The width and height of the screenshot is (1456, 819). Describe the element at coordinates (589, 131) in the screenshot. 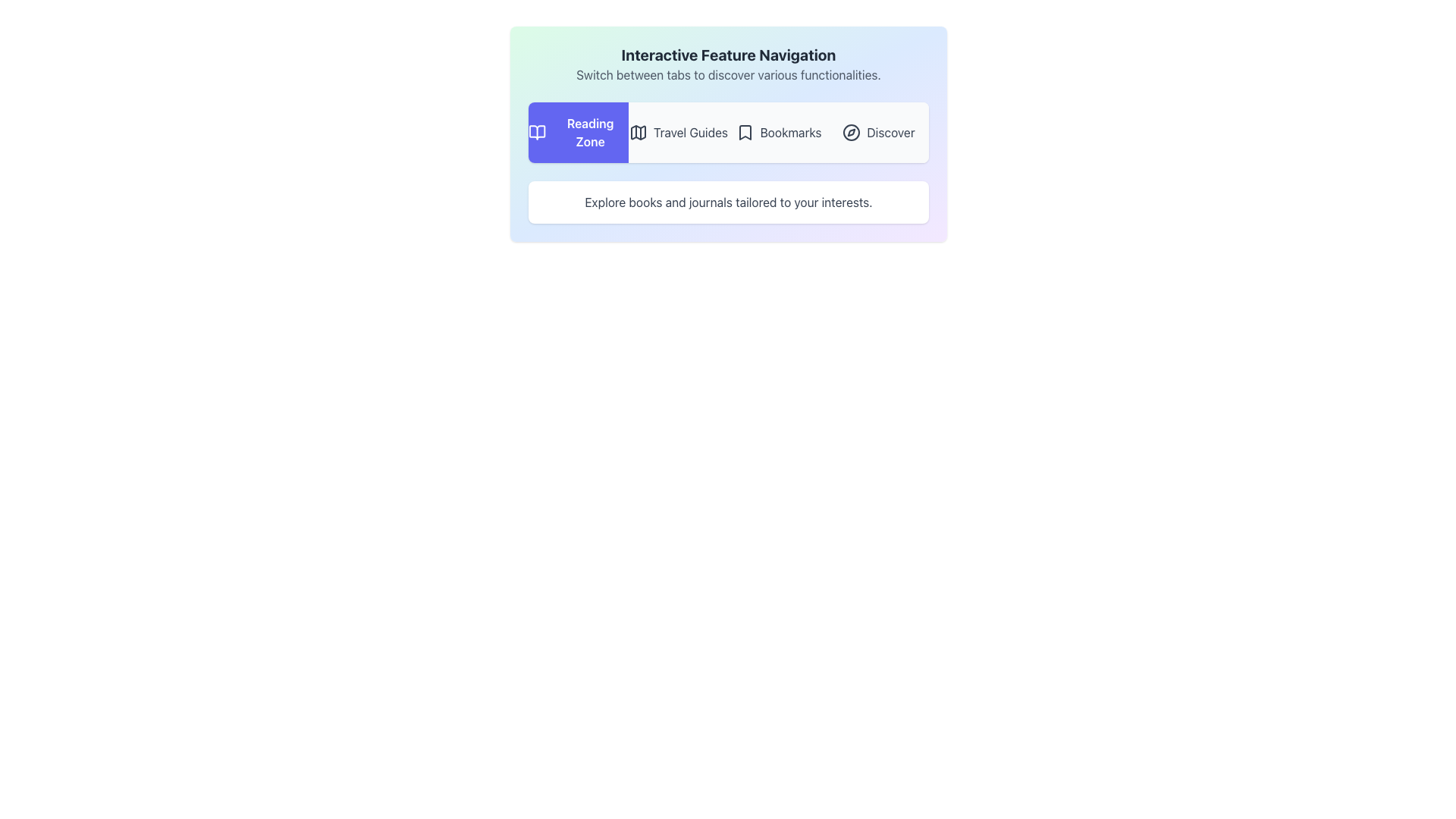

I see `text displayed in the 'Reading Zone' label, which is a white sans-serif font on a purple background, positioned to the right of an open book icon` at that location.